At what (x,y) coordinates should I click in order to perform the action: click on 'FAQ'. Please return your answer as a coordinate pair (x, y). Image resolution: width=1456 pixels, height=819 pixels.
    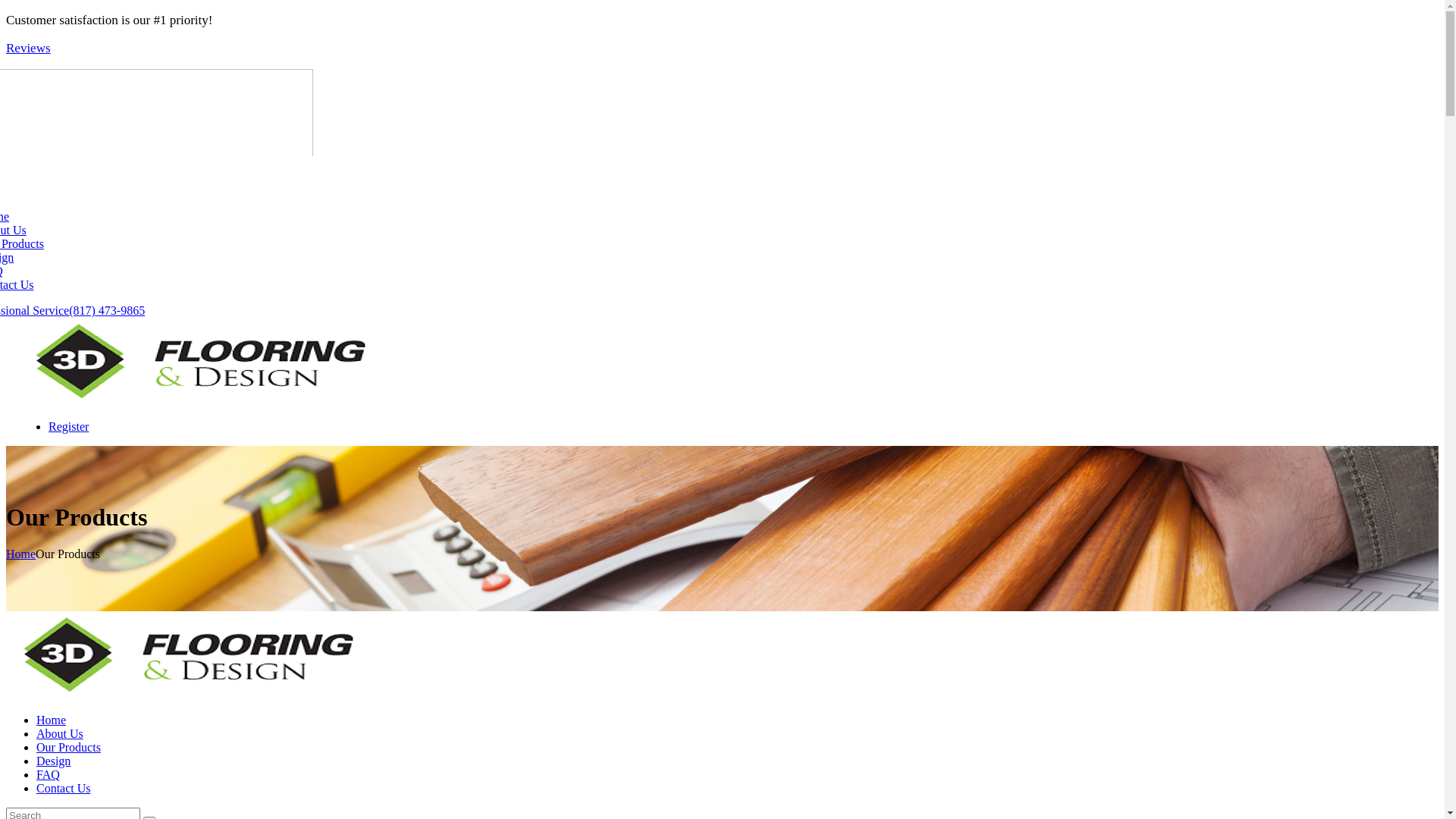
    Looking at the image, I should click on (48, 774).